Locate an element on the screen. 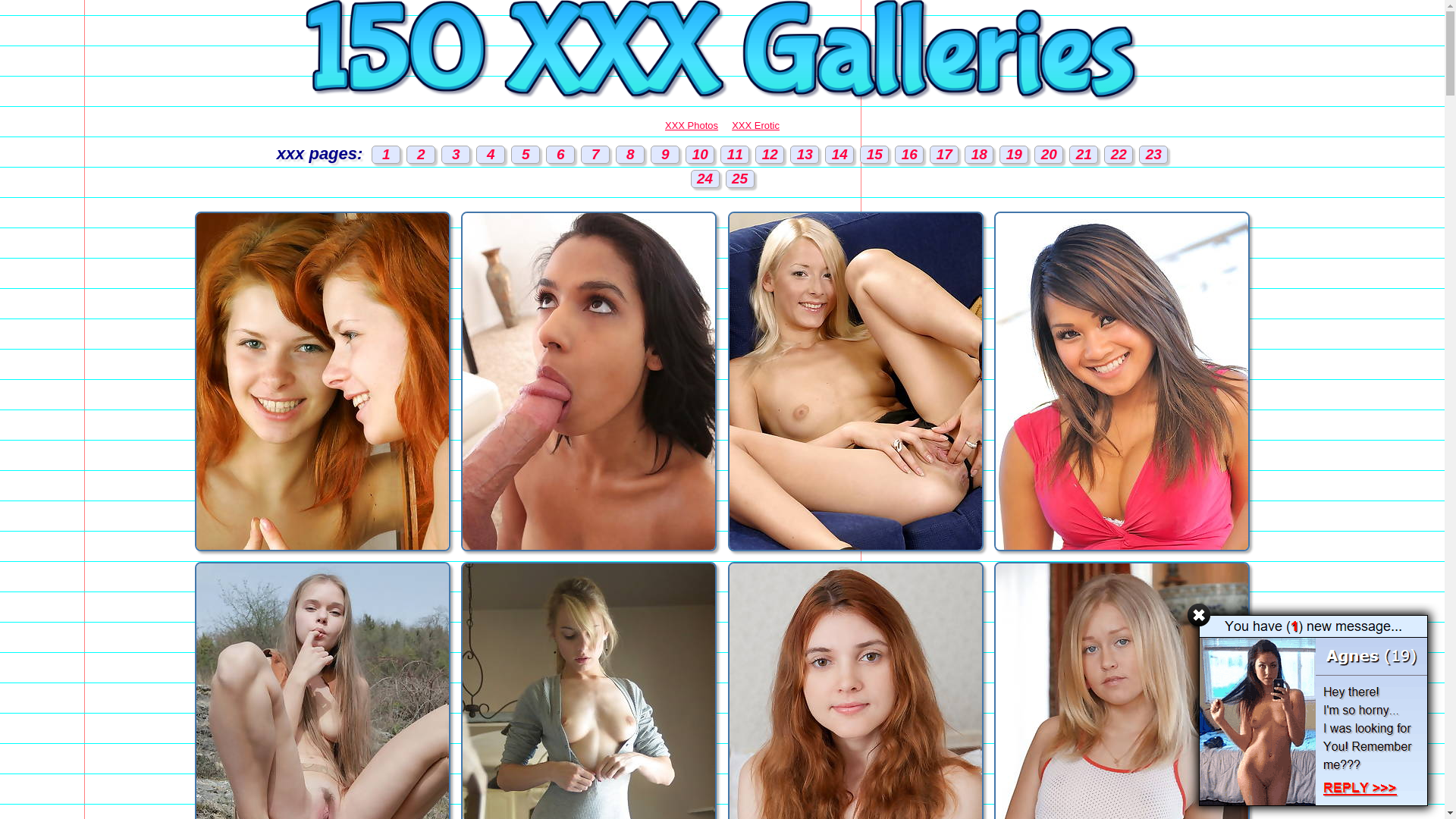  '11' is located at coordinates (735, 155).